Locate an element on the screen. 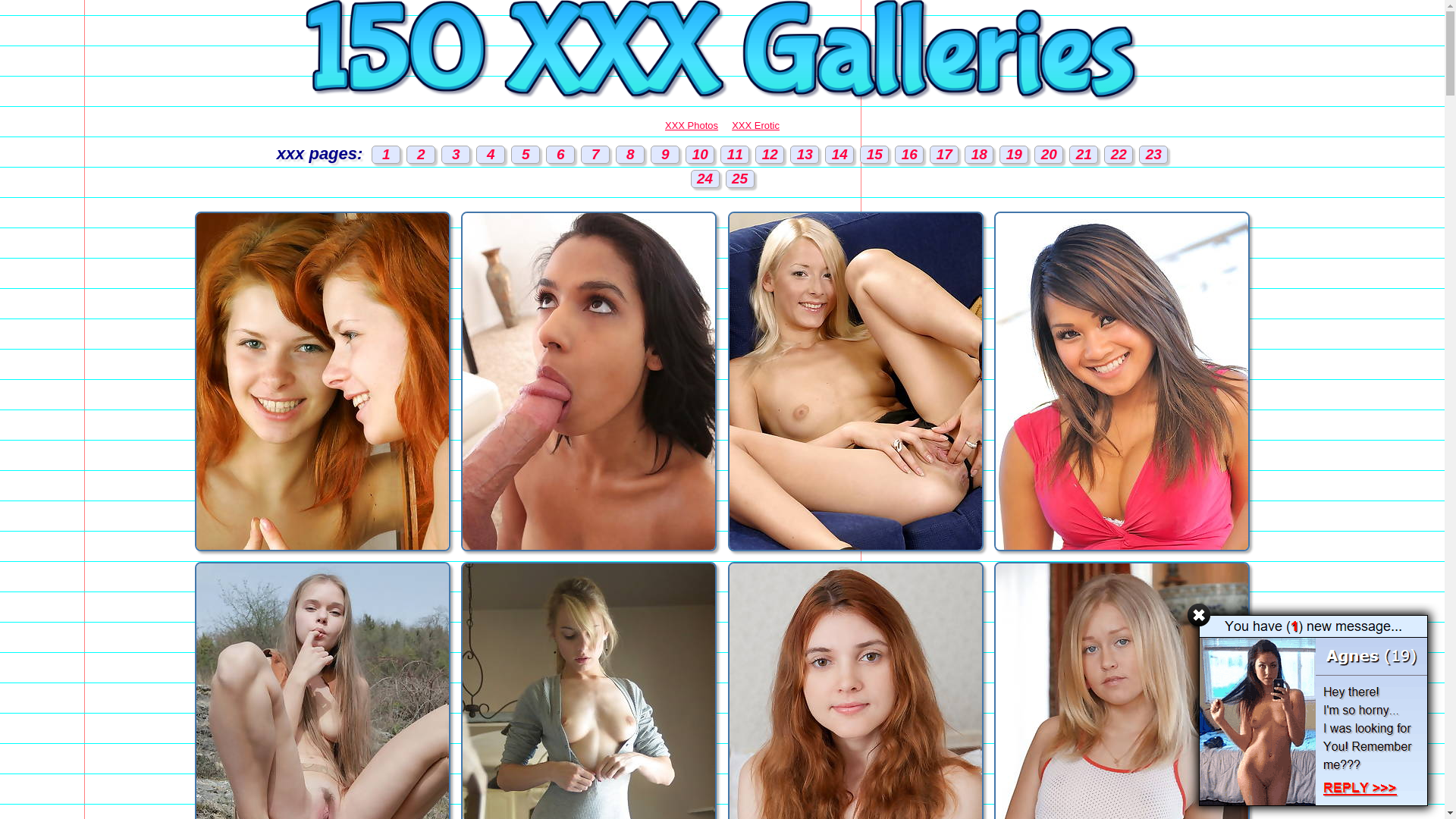  '11' is located at coordinates (735, 155).